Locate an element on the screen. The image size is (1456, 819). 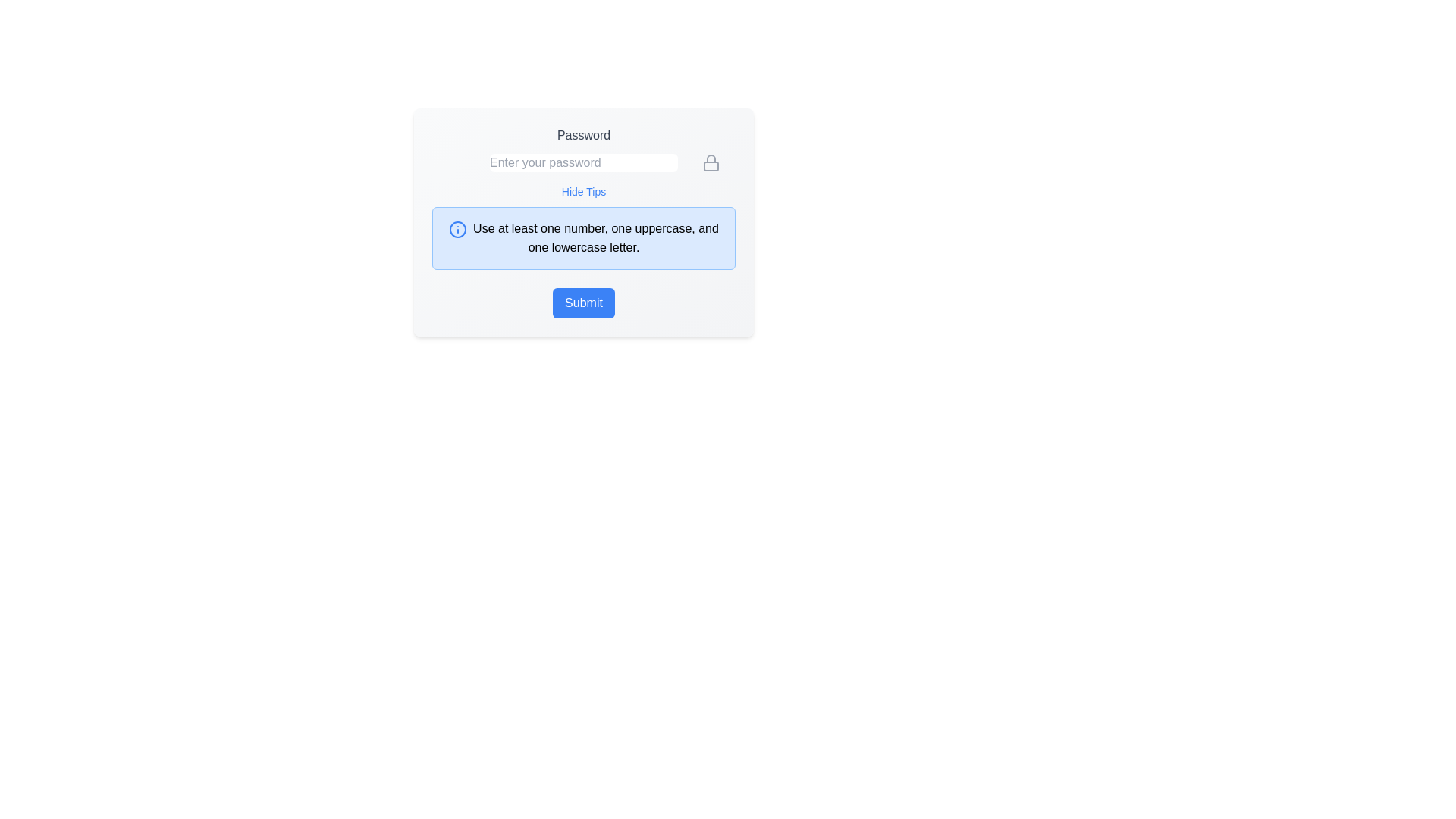
the 'Hide Tips' interactive text link located beneath the password input field is located at coordinates (582, 191).